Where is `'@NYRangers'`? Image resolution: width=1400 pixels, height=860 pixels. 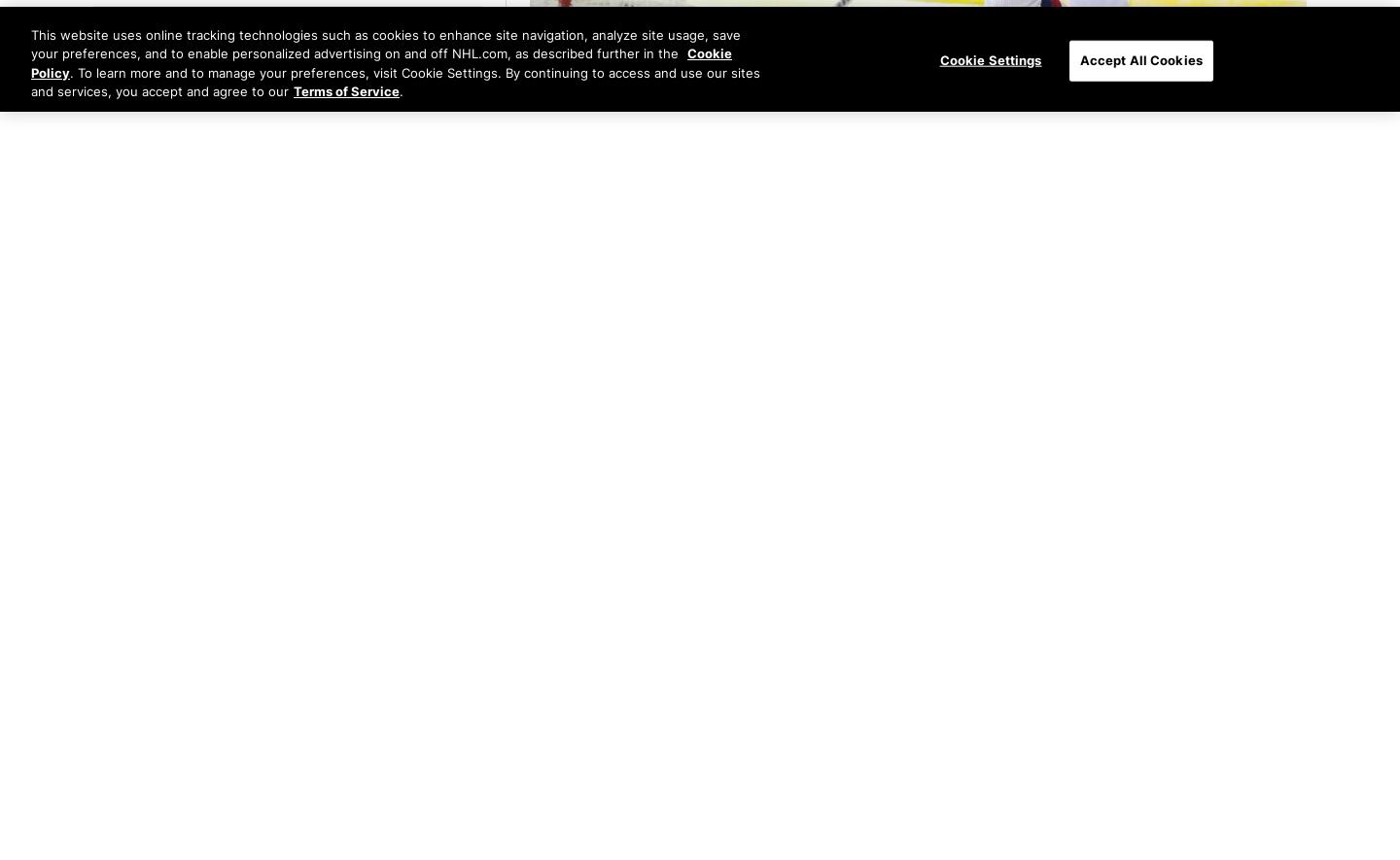 '@NYRangers' is located at coordinates (746, 113).